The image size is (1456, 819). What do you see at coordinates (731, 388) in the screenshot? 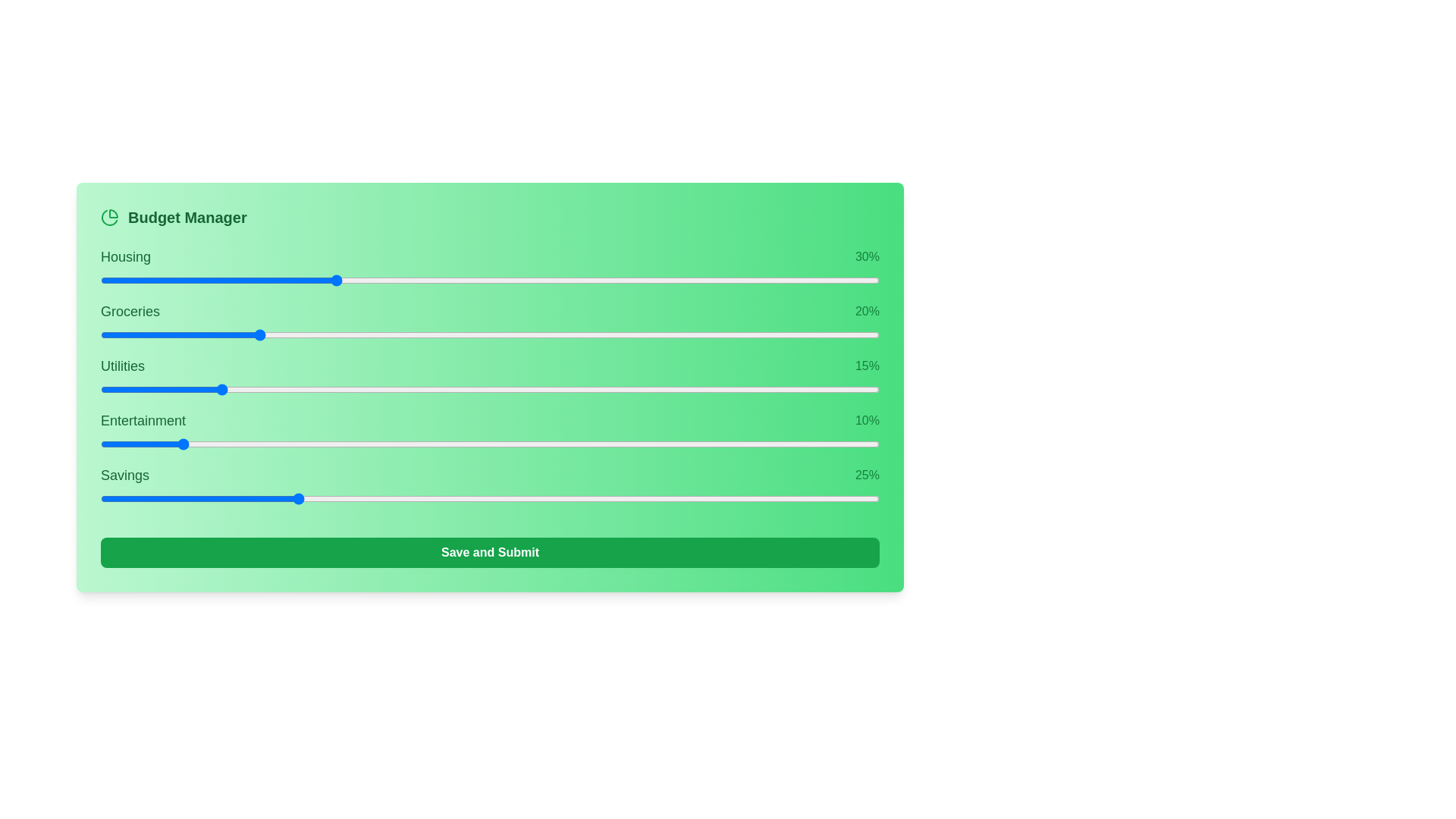
I see `the slider for 2 to 62% allocation` at bounding box center [731, 388].